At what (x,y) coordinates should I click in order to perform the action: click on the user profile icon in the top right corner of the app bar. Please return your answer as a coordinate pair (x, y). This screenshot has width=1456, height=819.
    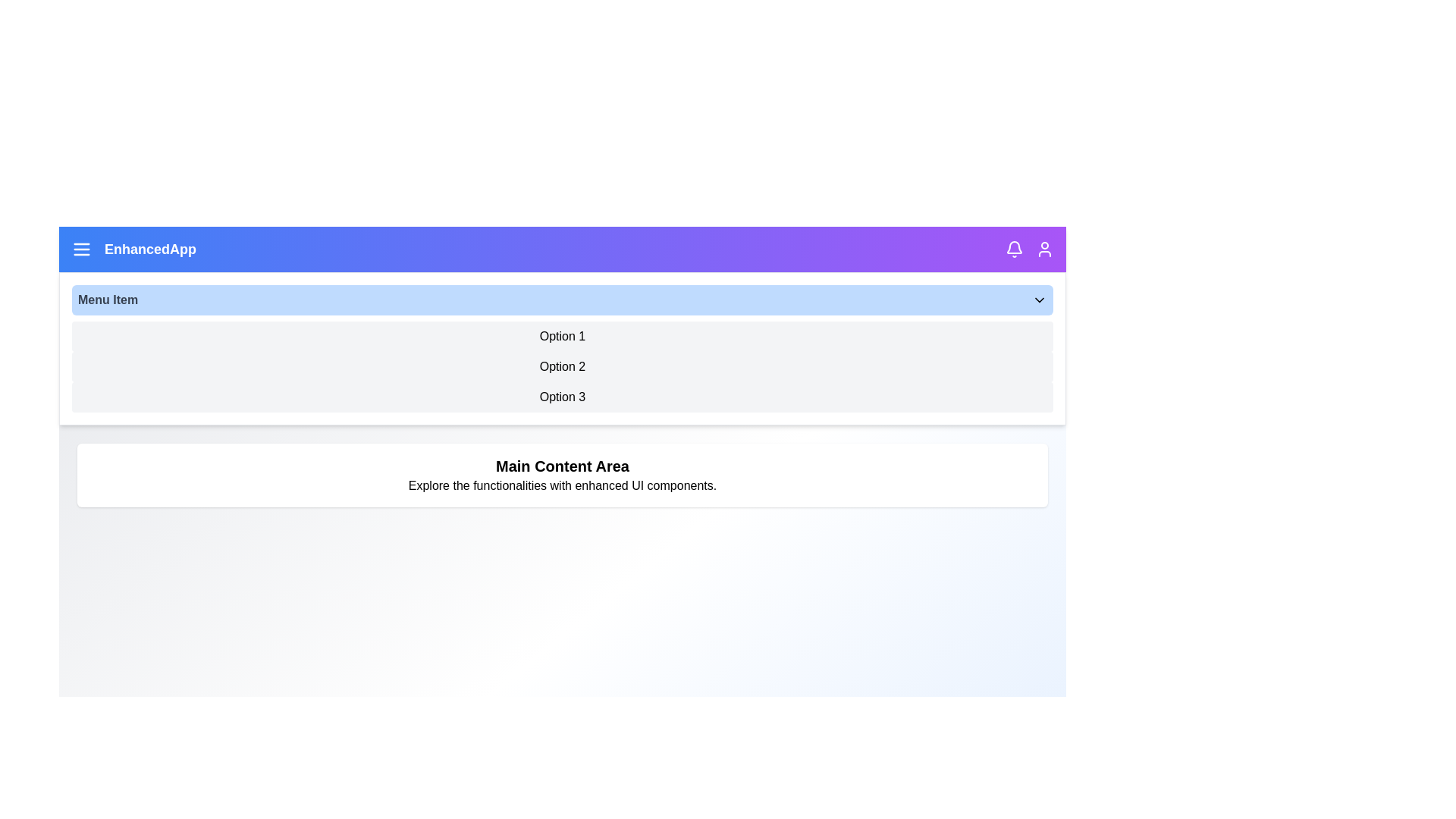
    Looking at the image, I should click on (1043, 248).